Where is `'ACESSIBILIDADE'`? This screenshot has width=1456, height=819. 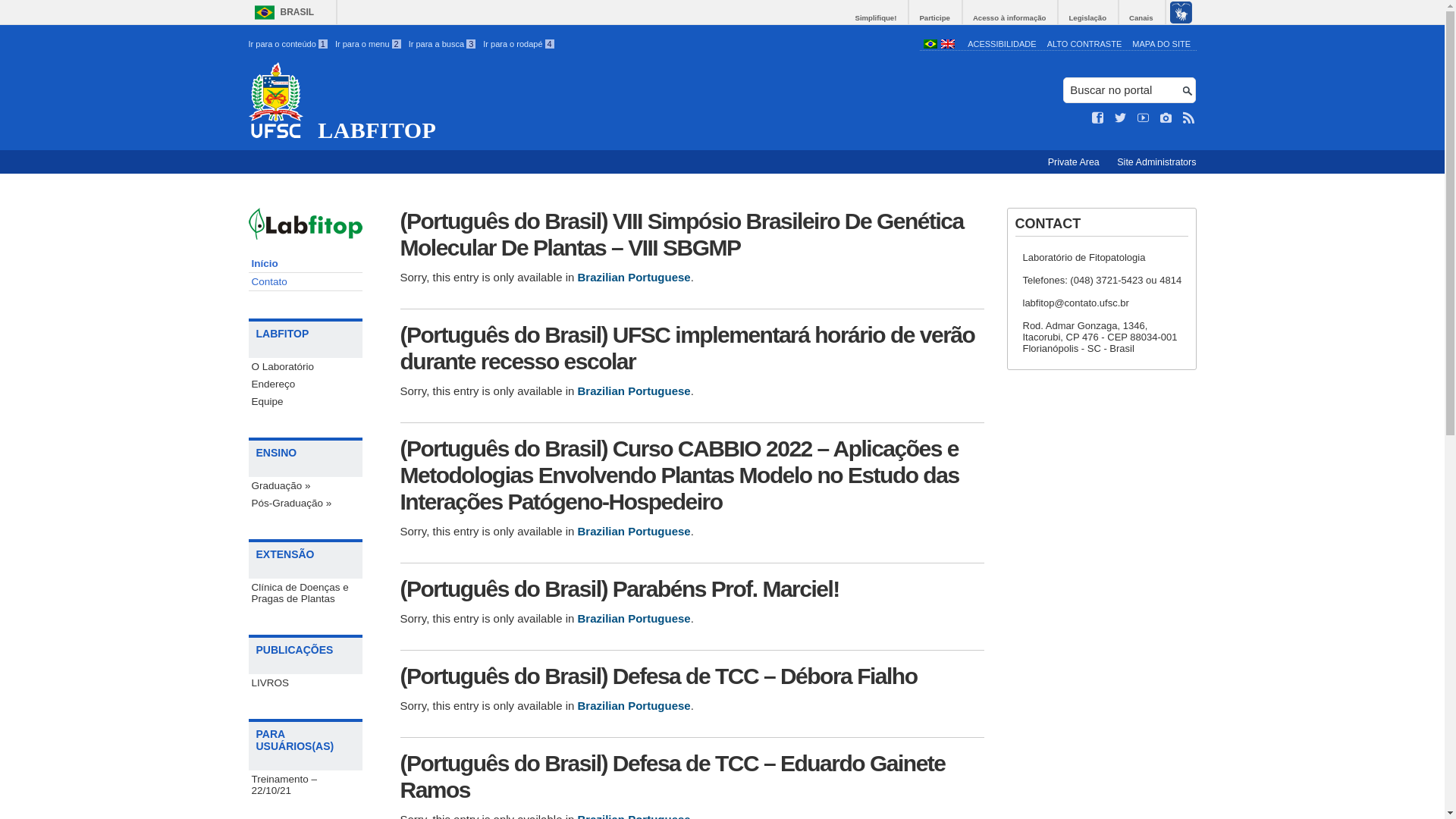 'ACESSIBILIDADE' is located at coordinates (1001, 42).